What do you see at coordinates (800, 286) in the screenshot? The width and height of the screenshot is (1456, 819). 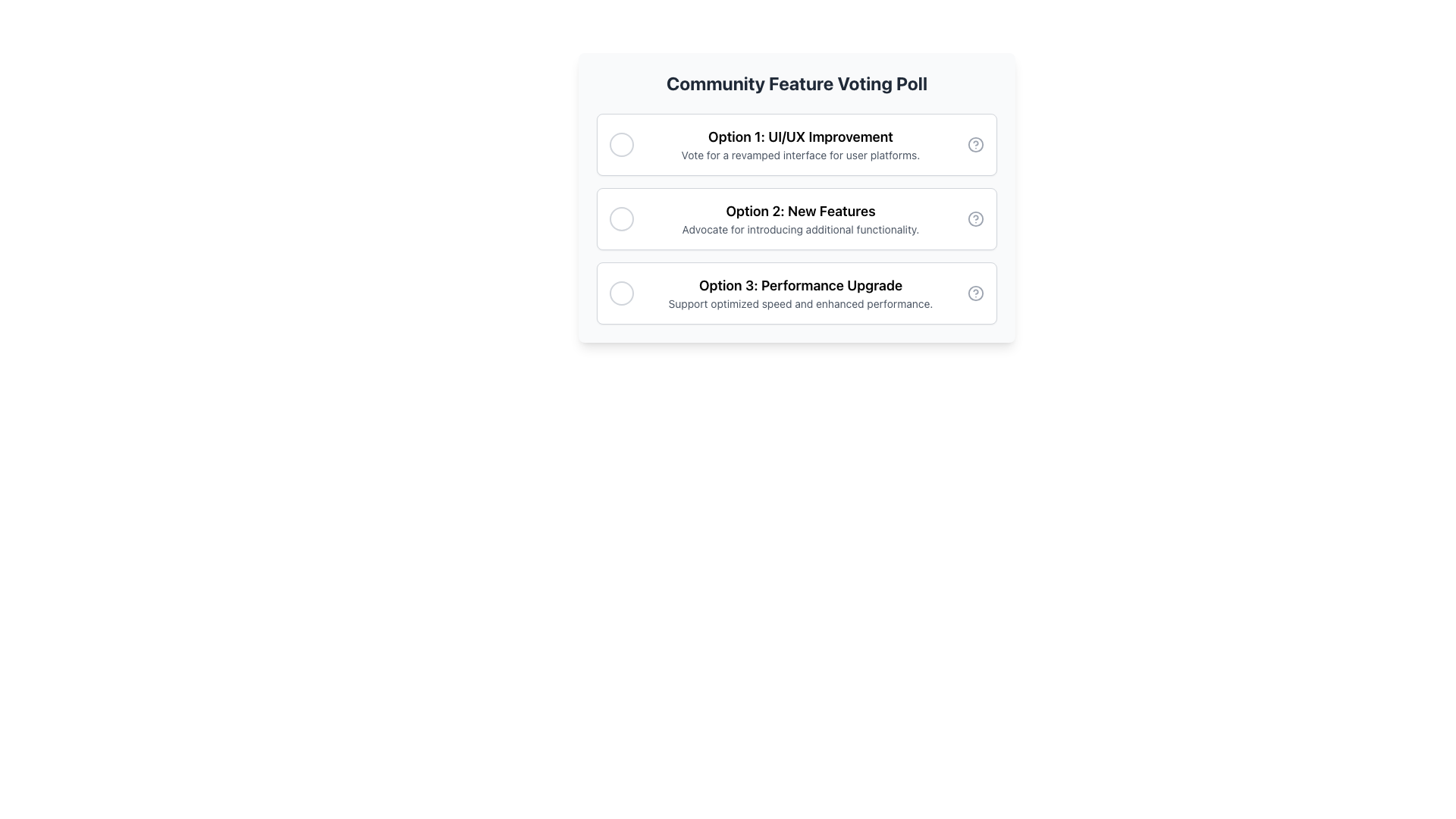 I see `the text label that serves as the title for the third voting poll option, which is located below 'Option 2: New Features' and above 'Support optimized speed and enhanced performance.'` at bounding box center [800, 286].